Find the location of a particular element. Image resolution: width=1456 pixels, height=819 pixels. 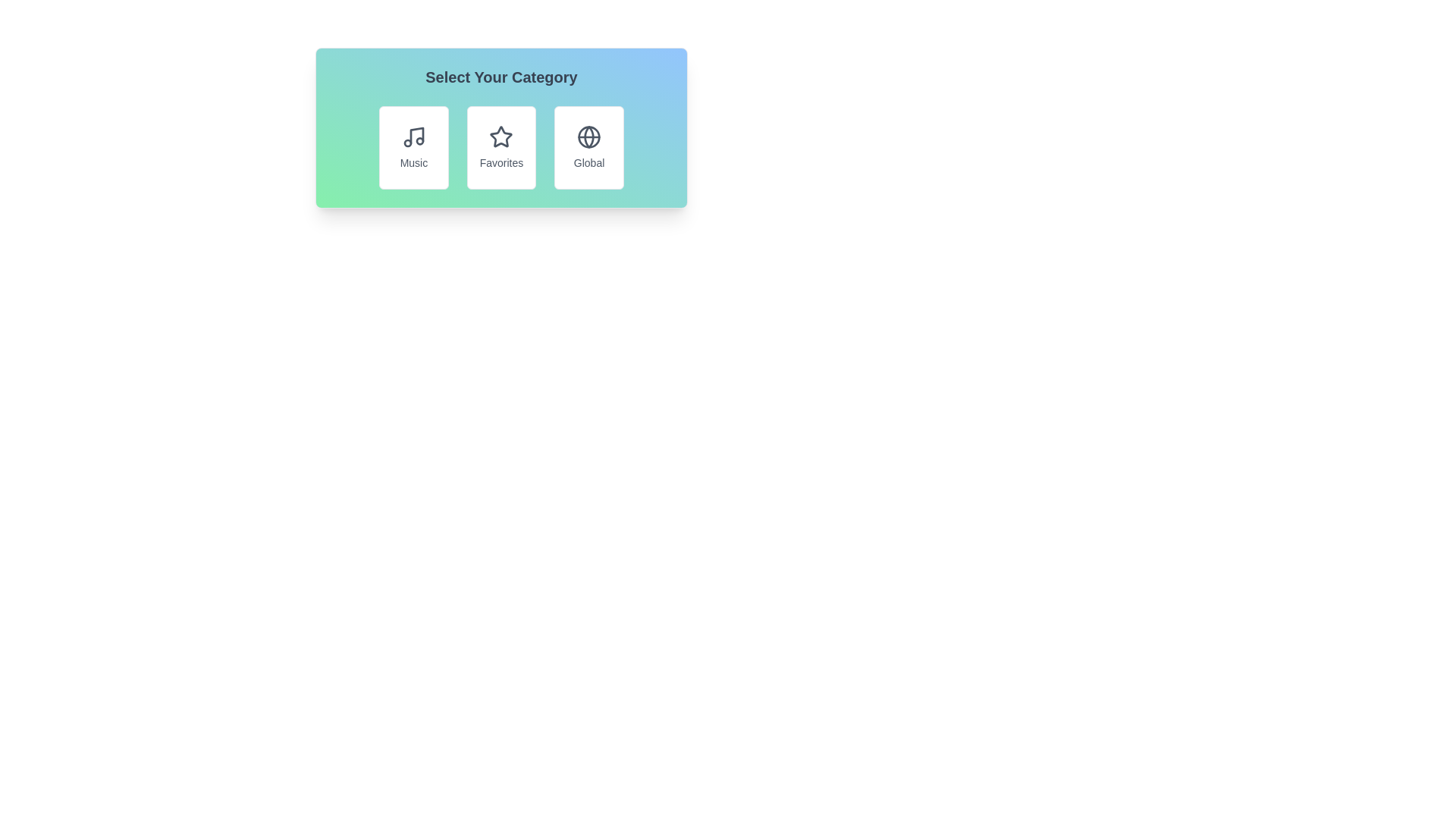

the 'Music' category button, which is the first item in a grid layout of interactive cards is located at coordinates (413, 148).